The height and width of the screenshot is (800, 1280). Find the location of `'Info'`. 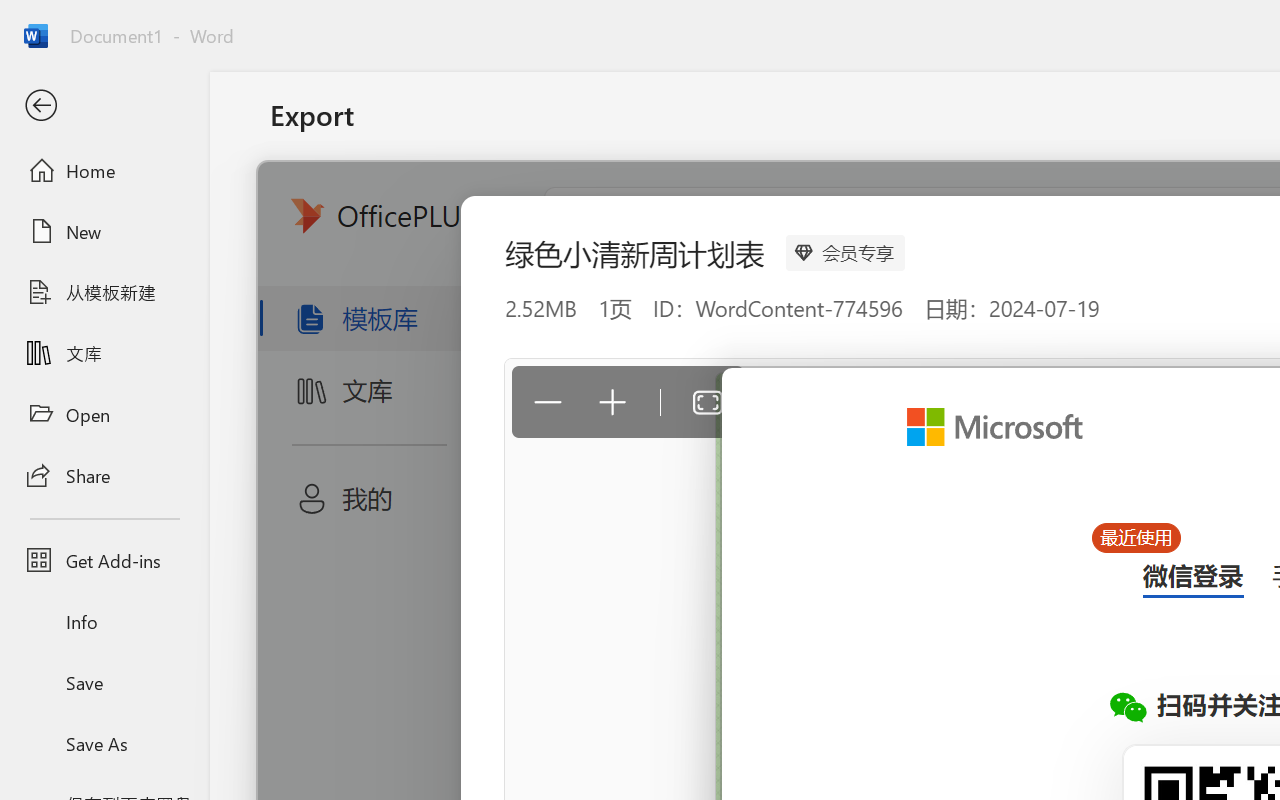

'Info' is located at coordinates (103, 621).